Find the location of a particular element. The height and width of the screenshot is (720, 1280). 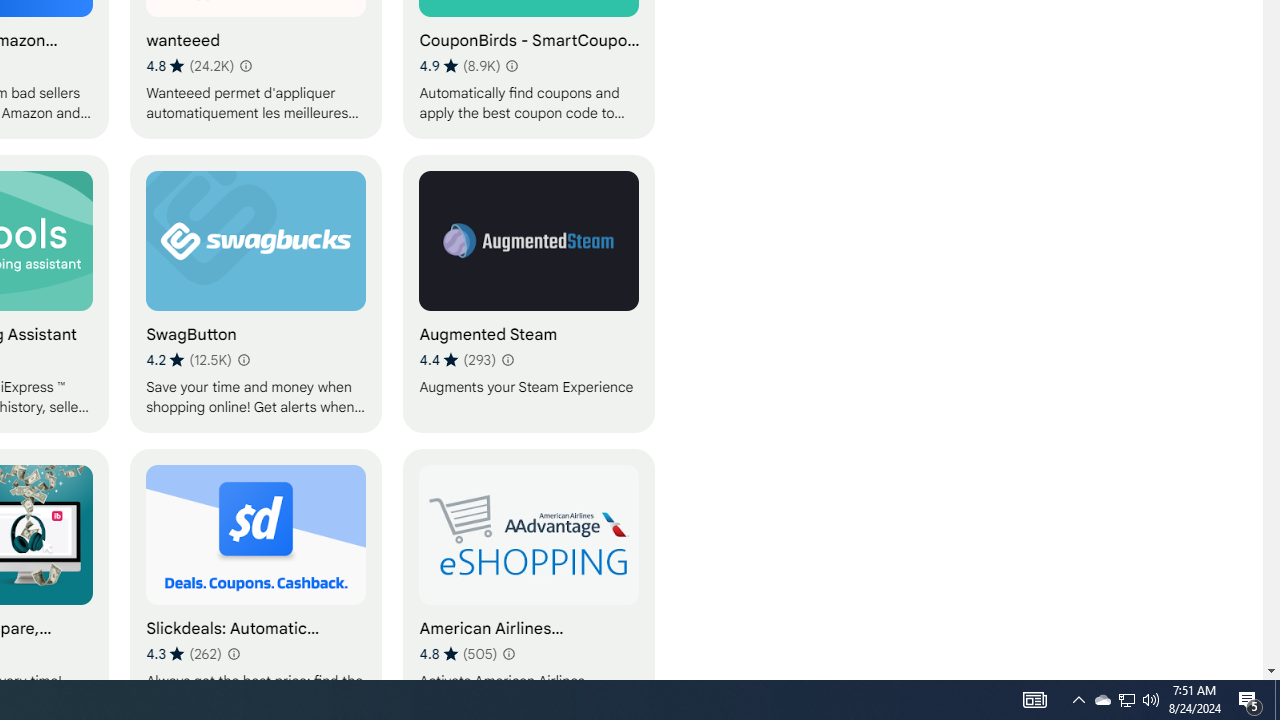

'Average rating 4.8 out of 5 stars. 505 ratings.' is located at coordinates (457, 653).